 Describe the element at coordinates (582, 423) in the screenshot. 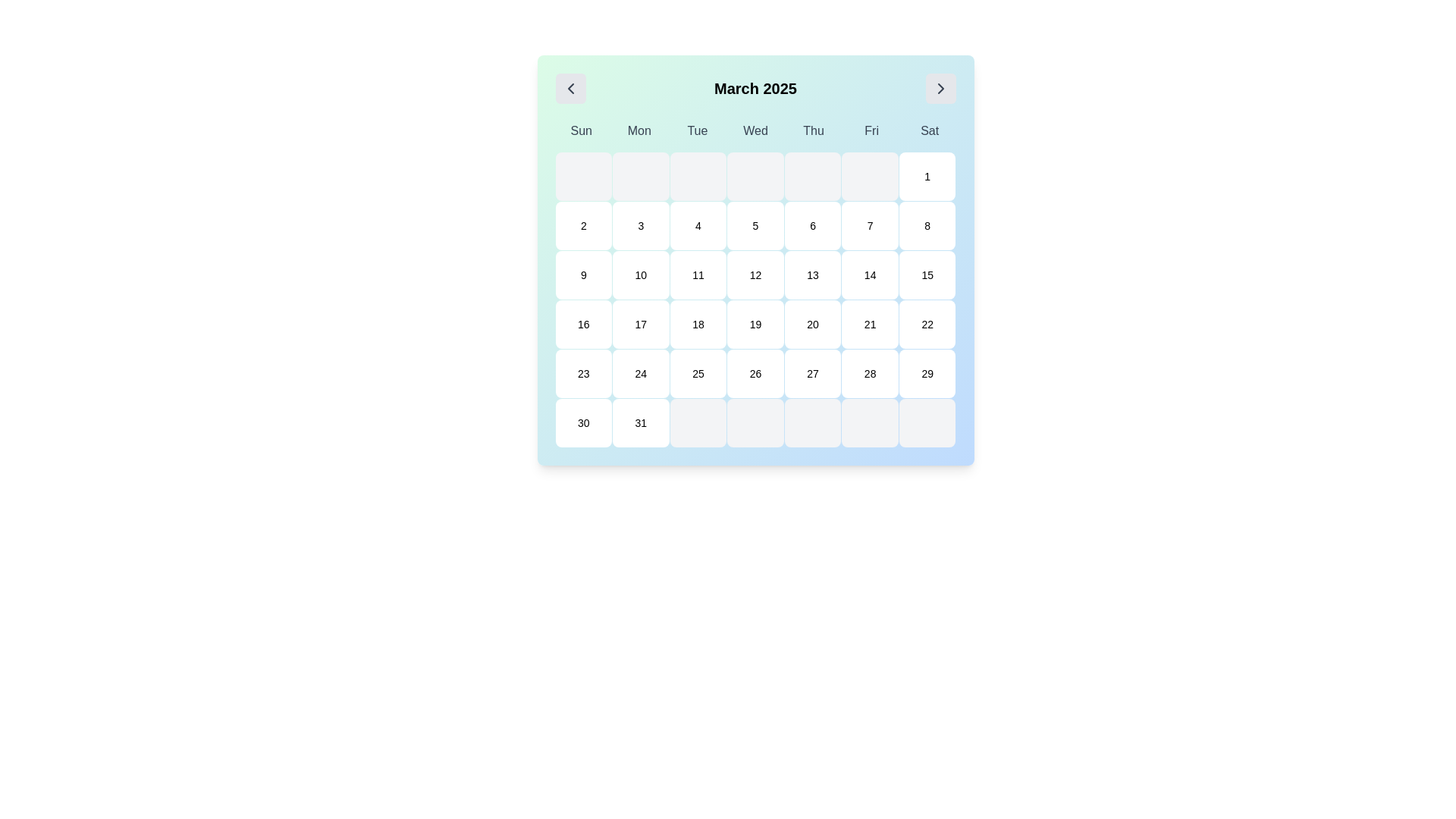

I see `the Interactive calendar day cell displaying the number '30'` at that location.